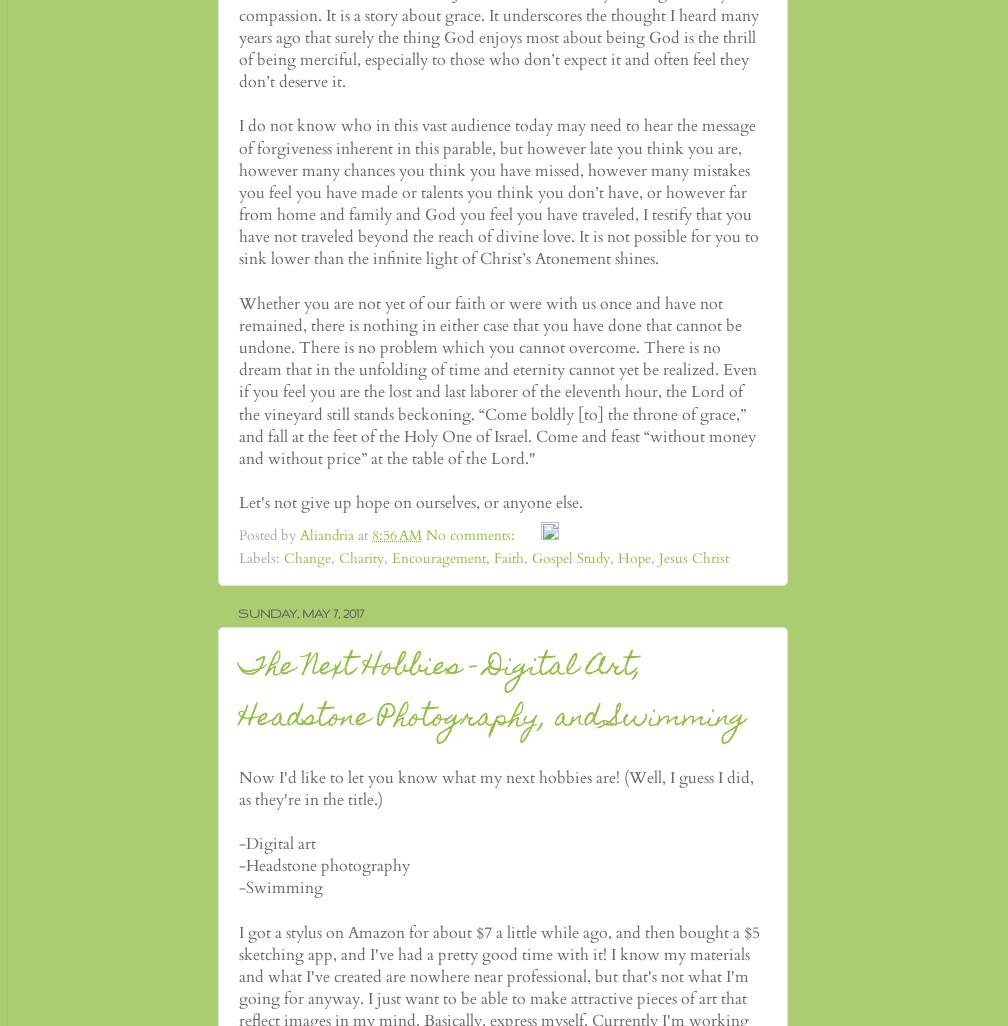 The width and height of the screenshot is (1008, 1026). What do you see at coordinates (277, 843) in the screenshot?
I see `'-Digital art'` at bounding box center [277, 843].